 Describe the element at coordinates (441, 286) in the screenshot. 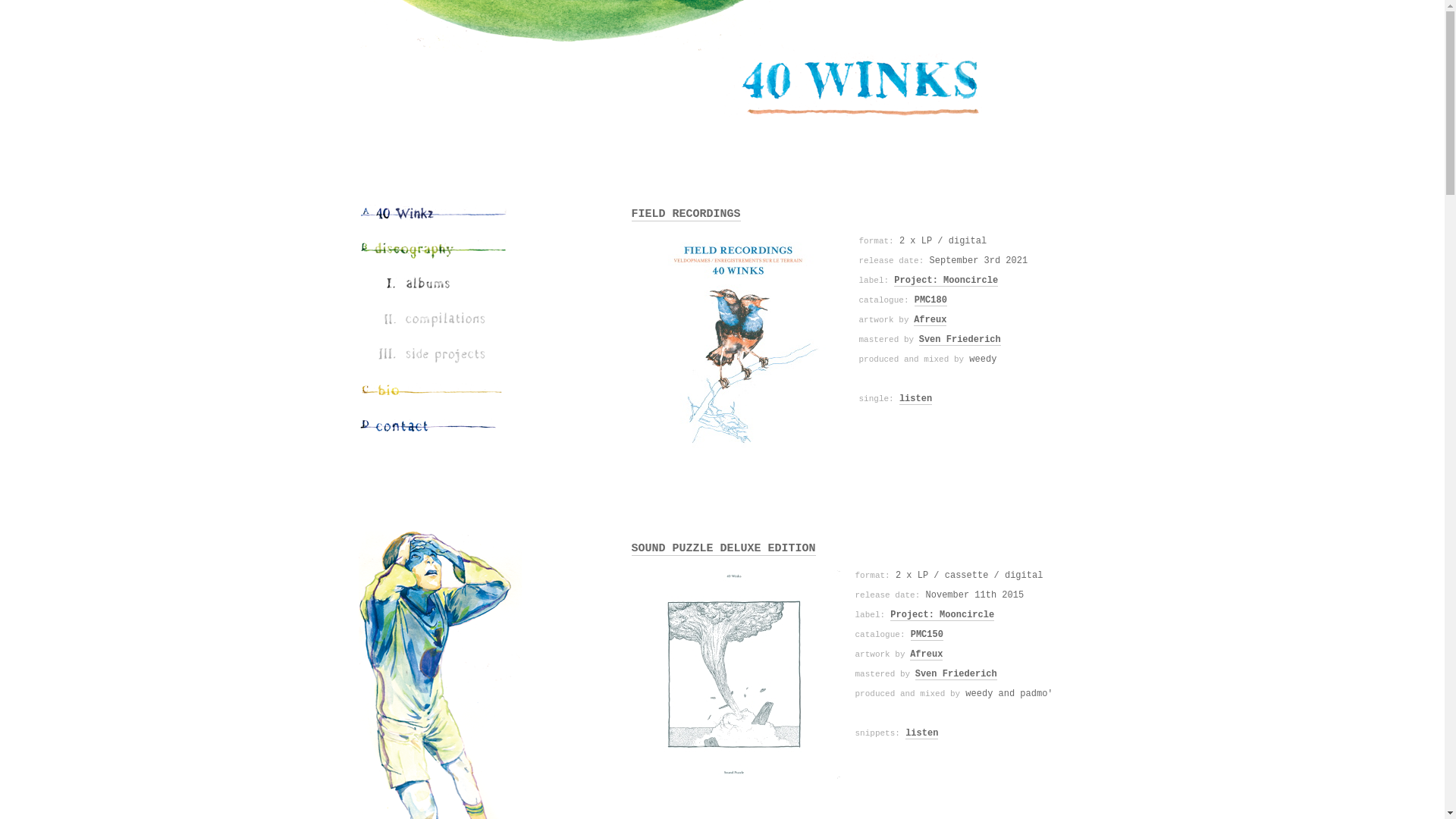

I see `'Albums'` at that location.